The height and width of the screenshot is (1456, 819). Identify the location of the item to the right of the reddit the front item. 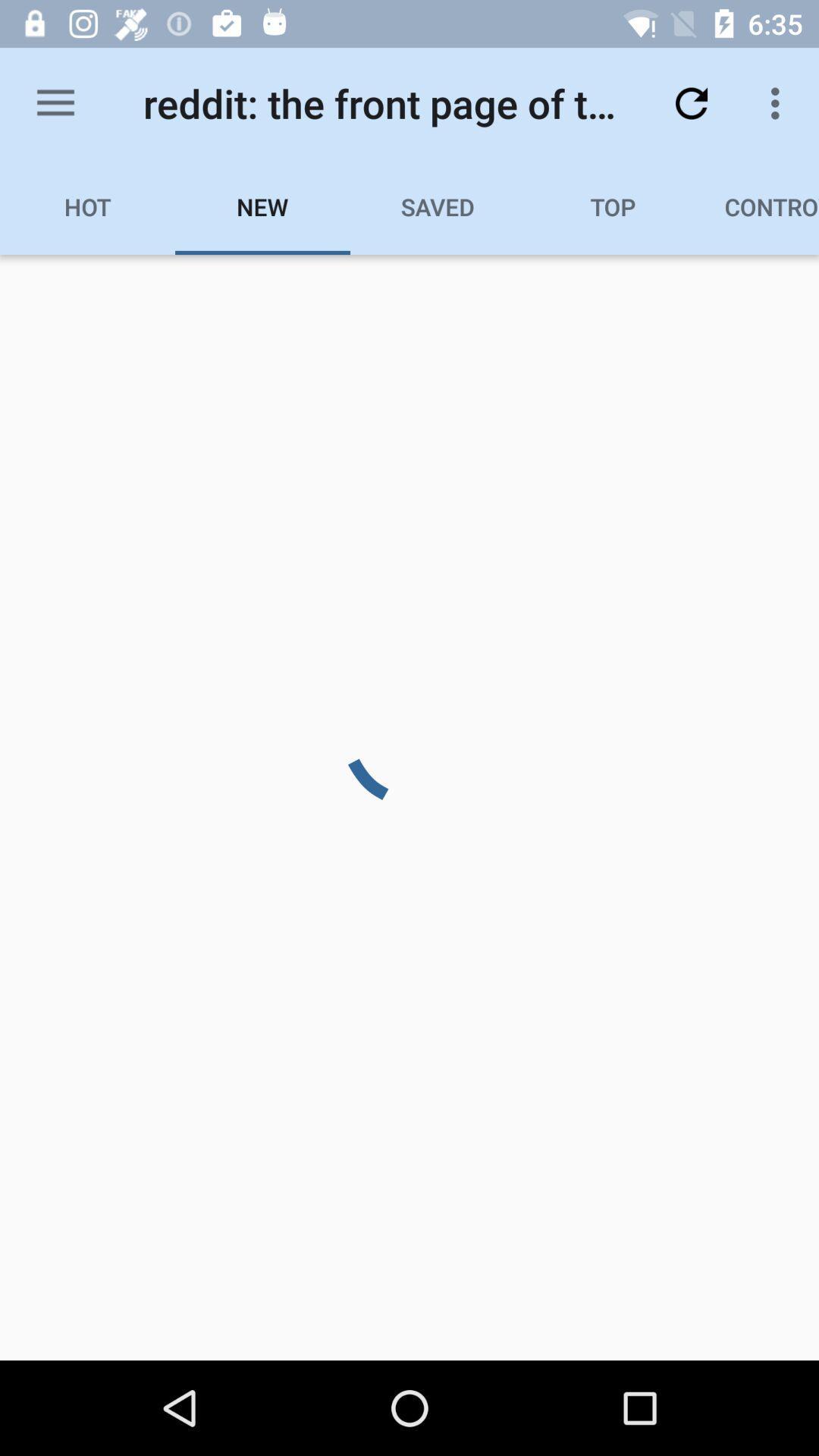
(691, 102).